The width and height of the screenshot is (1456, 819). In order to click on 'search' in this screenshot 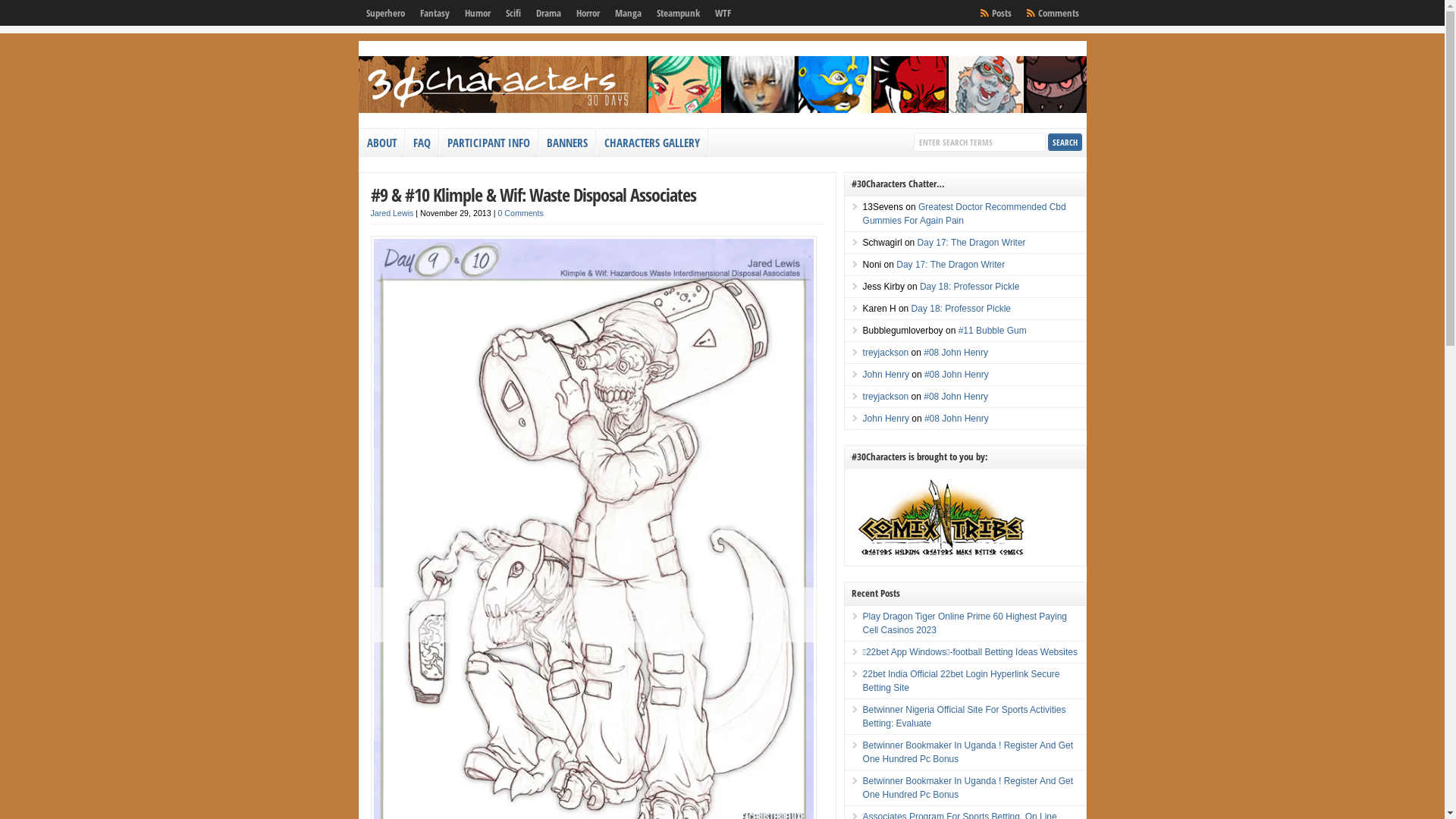, I will do `click(1047, 142)`.